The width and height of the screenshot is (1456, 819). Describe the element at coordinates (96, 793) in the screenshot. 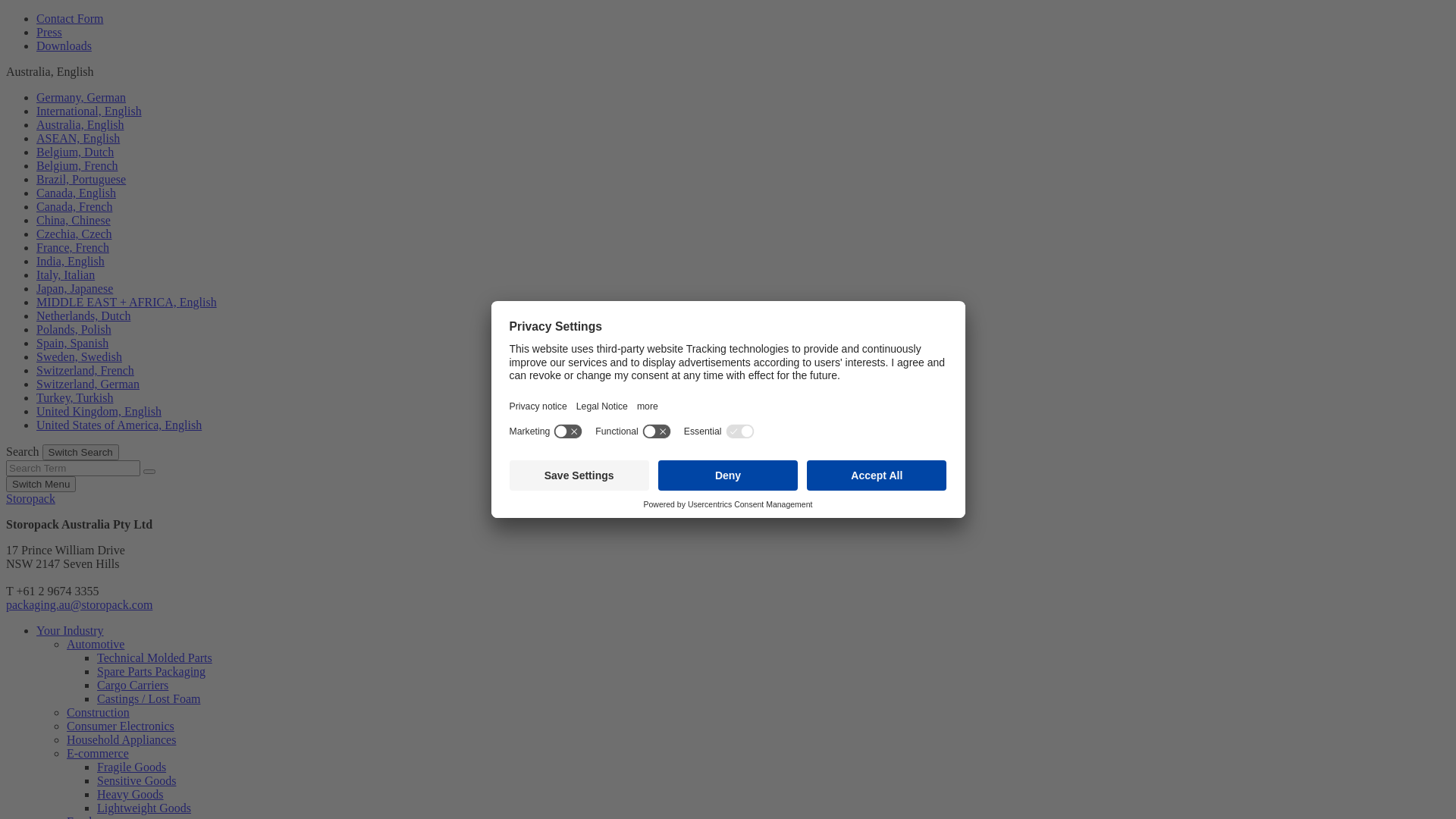

I see `'Heavy Goods'` at that location.